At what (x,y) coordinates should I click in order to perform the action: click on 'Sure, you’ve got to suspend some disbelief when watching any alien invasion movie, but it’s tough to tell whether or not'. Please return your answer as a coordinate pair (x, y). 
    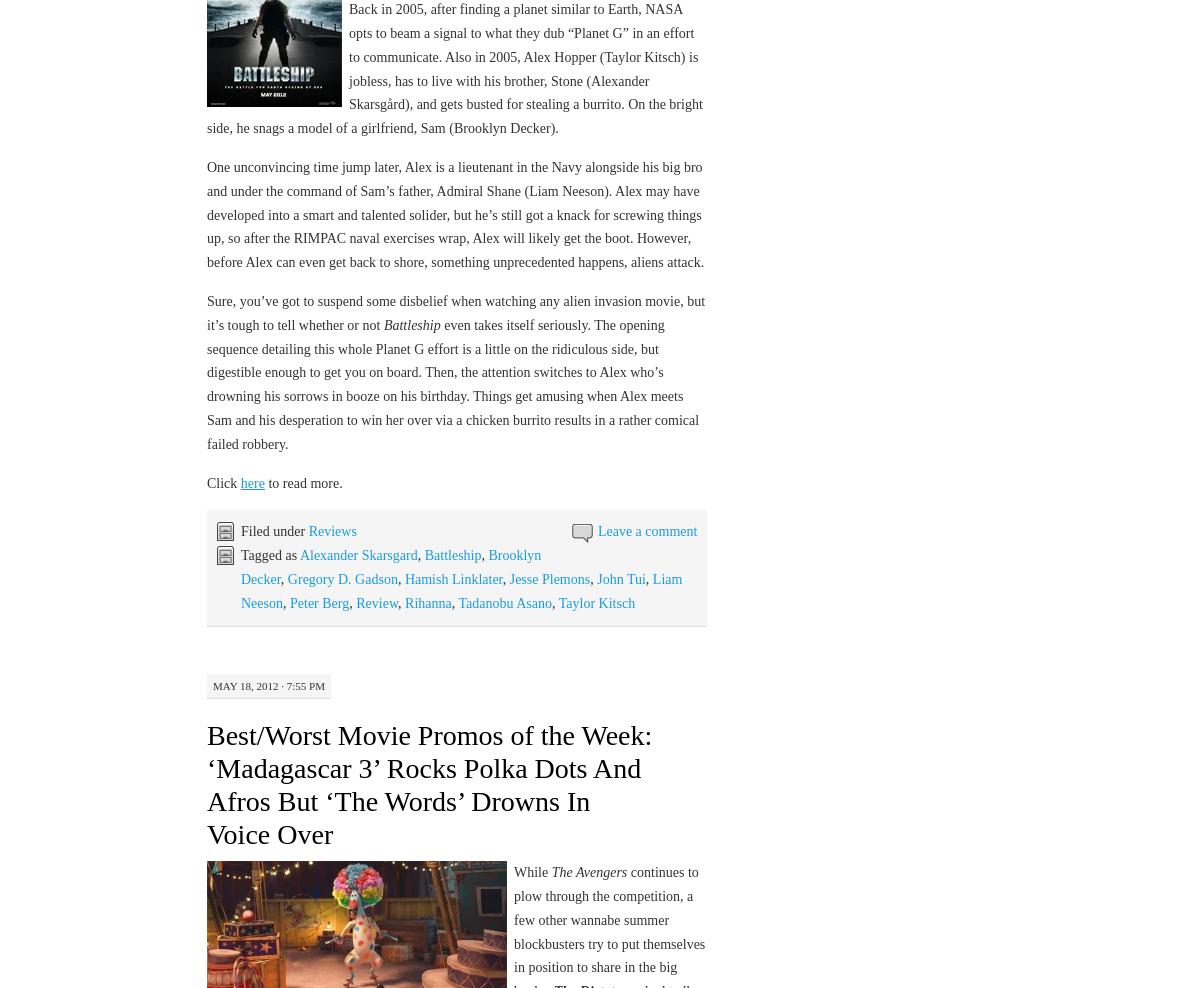
    Looking at the image, I should click on (454, 312).